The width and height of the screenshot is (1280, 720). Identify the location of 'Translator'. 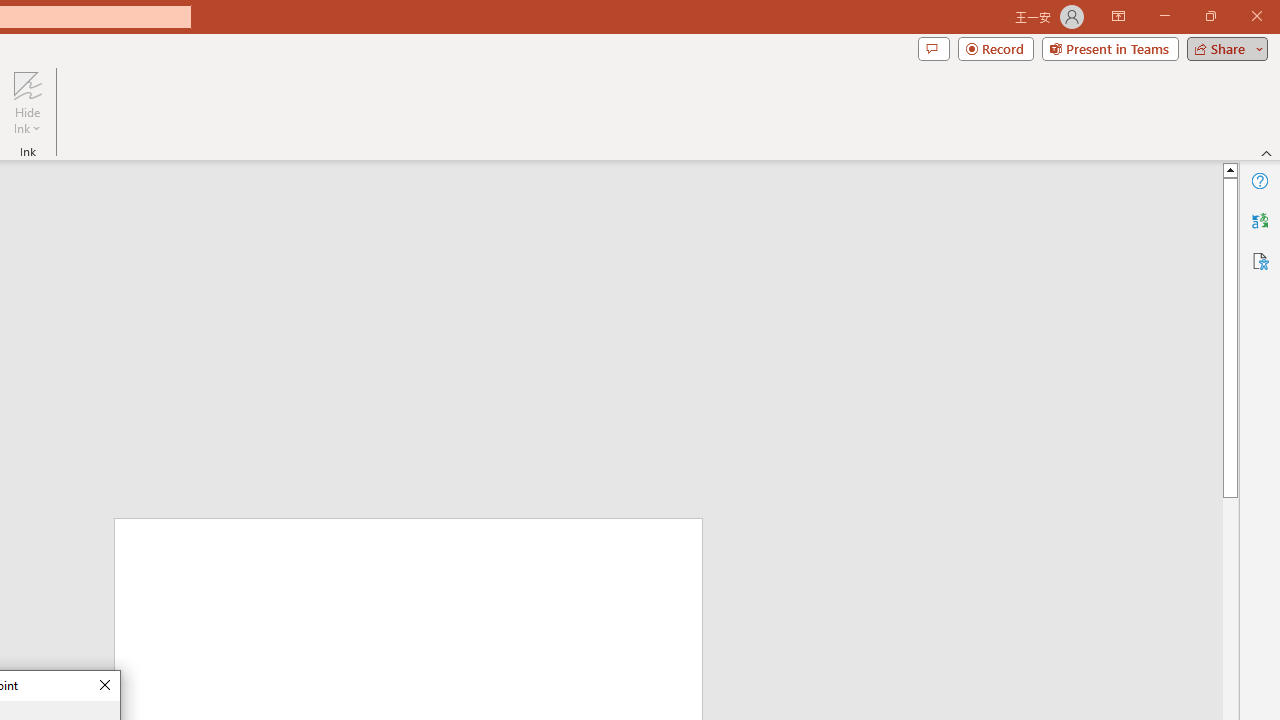
(1259, 221).